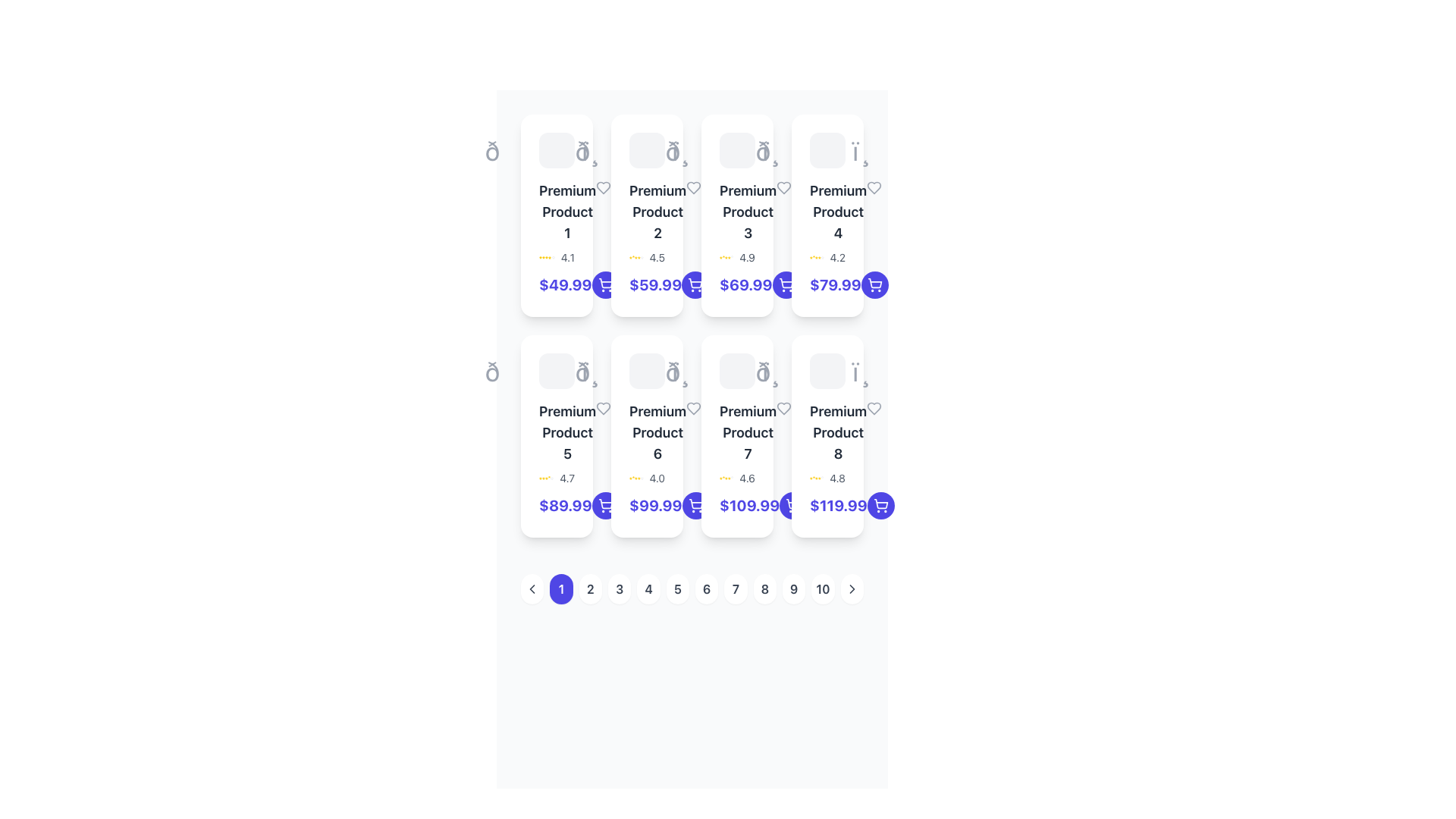  What do you see at coordinates (827, 284) in the screenshot?
I see `price label displayed at the bottom section of the card for 'Premium Product 4', located in the fourth column of the first row in the grid structure` at bounding box center [827, 284].